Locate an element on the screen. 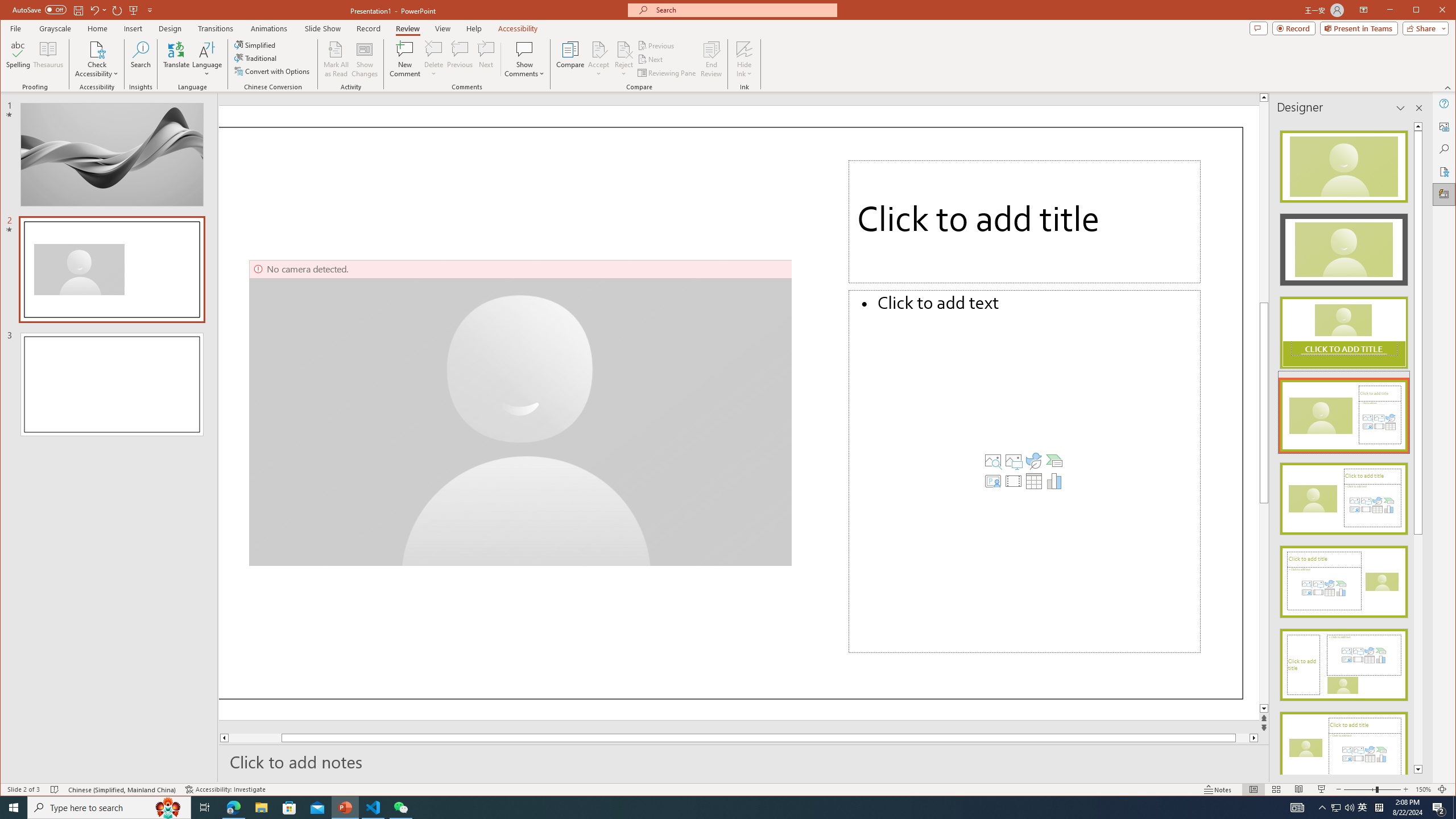 This screenshot has width=1456, height=819. 'Next' is located at coordinates (651, 59).